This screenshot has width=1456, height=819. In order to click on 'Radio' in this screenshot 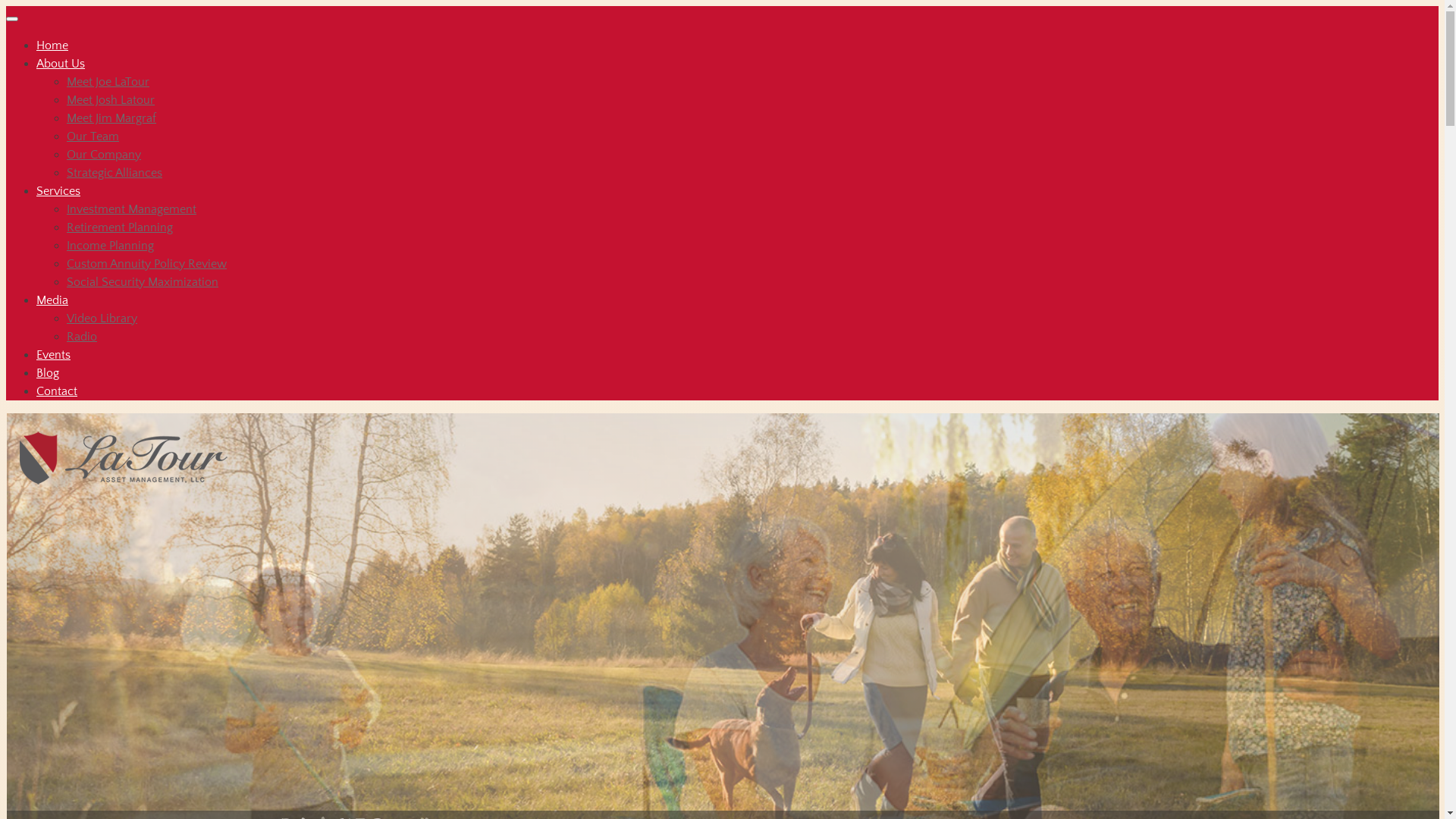, I will do `click(80, 335)`.